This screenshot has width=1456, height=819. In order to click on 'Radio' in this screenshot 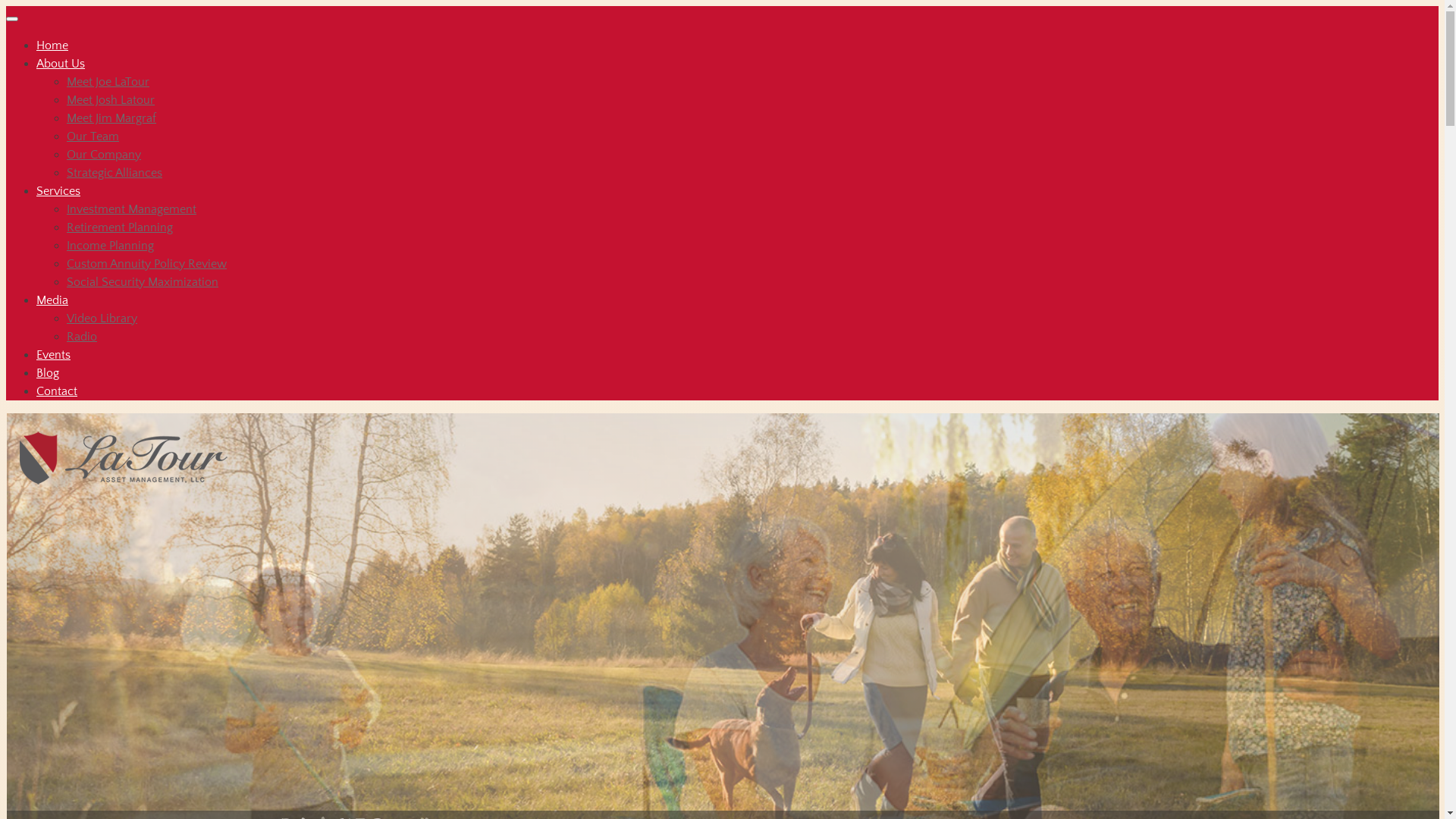, I will do `click(80, 335)`.